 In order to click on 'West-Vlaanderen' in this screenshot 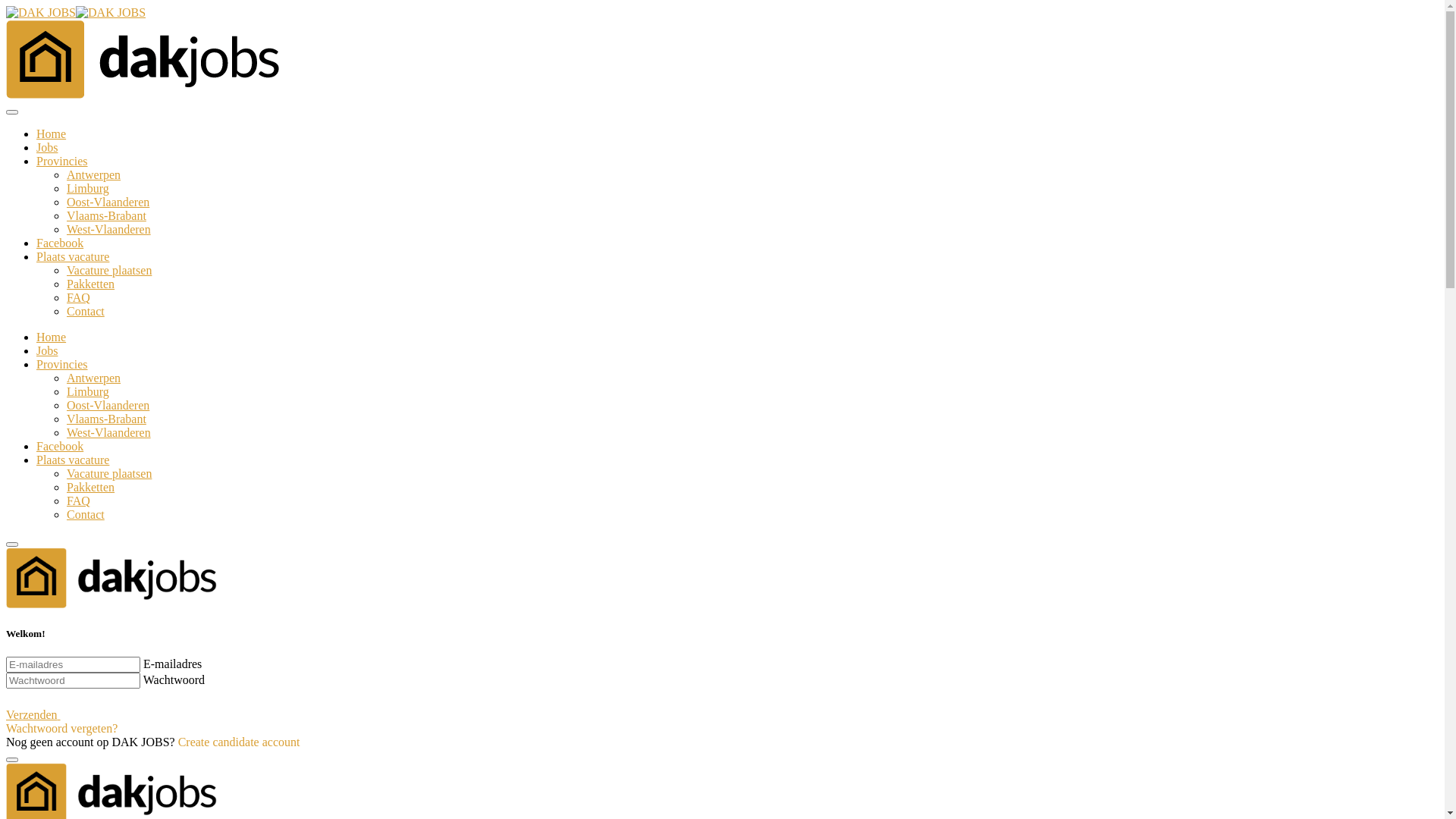, I will do `click(108, 229)`.